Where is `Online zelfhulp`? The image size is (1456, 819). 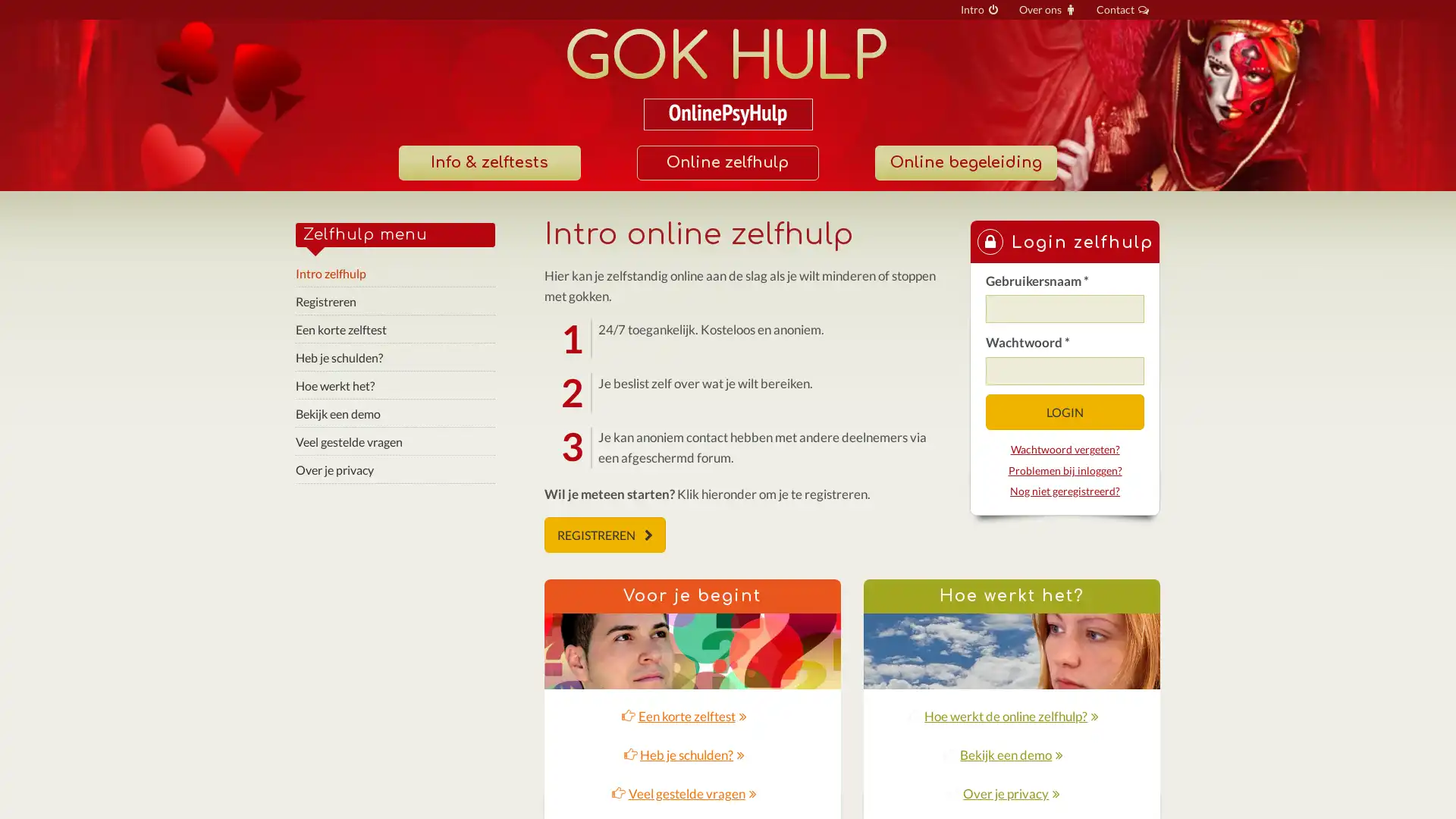 Online zelfhulp is located at coordinates (726, 163).